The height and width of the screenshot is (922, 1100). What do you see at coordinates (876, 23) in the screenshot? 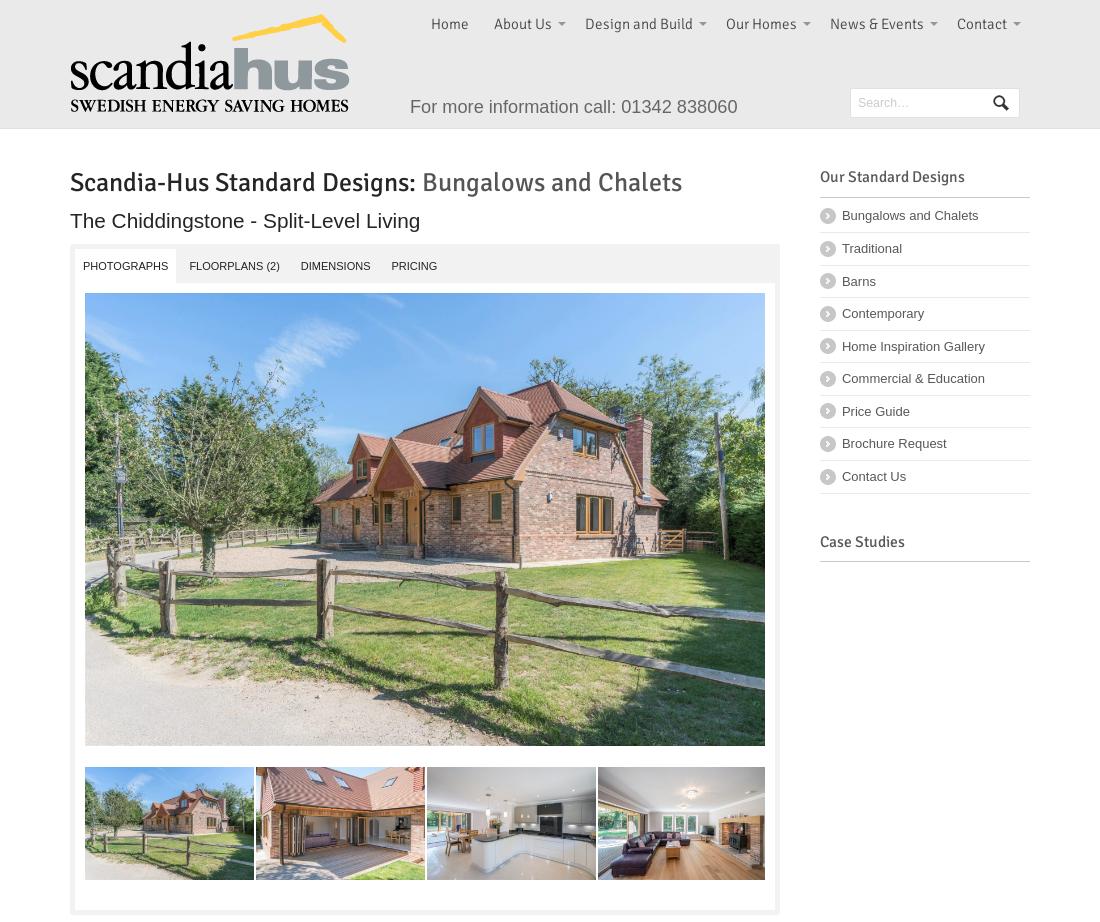
I see `'News & Events'` at bounding box center [876, 23].